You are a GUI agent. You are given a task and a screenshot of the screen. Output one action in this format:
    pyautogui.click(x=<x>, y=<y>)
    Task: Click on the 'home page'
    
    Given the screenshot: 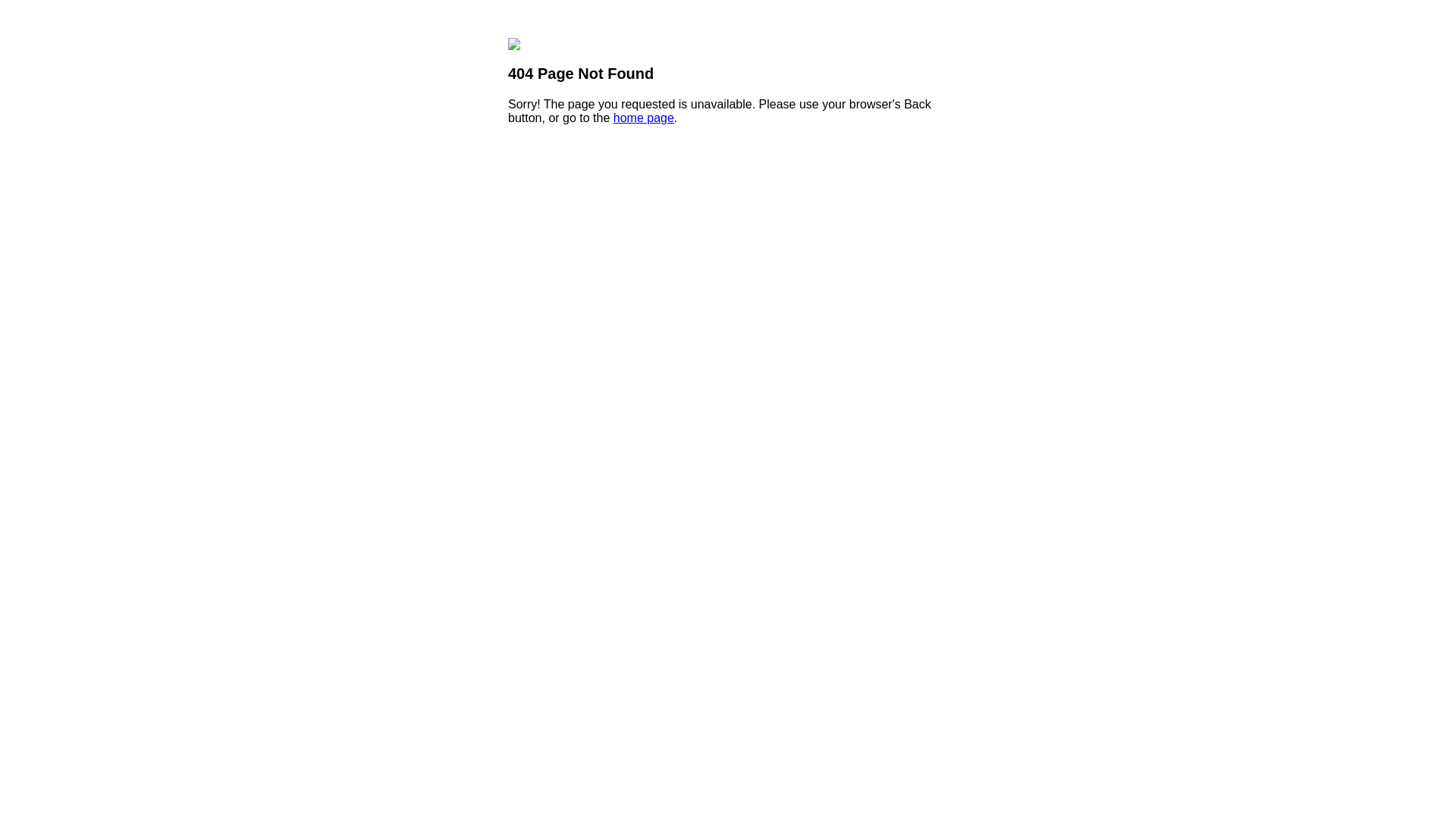 What is the action you would take?
    pyautogui.click(x=613, y=117)
    